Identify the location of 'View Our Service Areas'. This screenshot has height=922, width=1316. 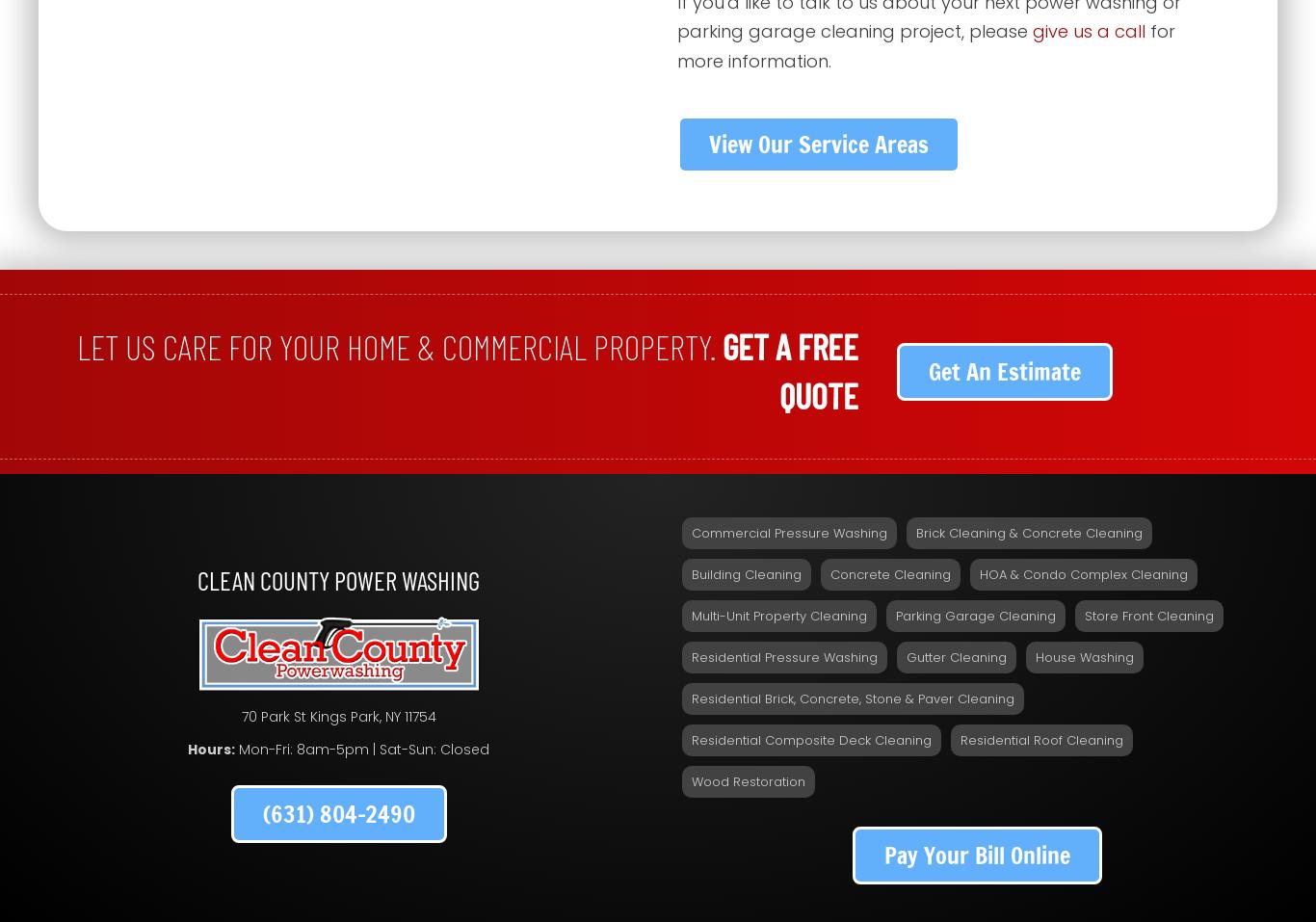
(818, 144).